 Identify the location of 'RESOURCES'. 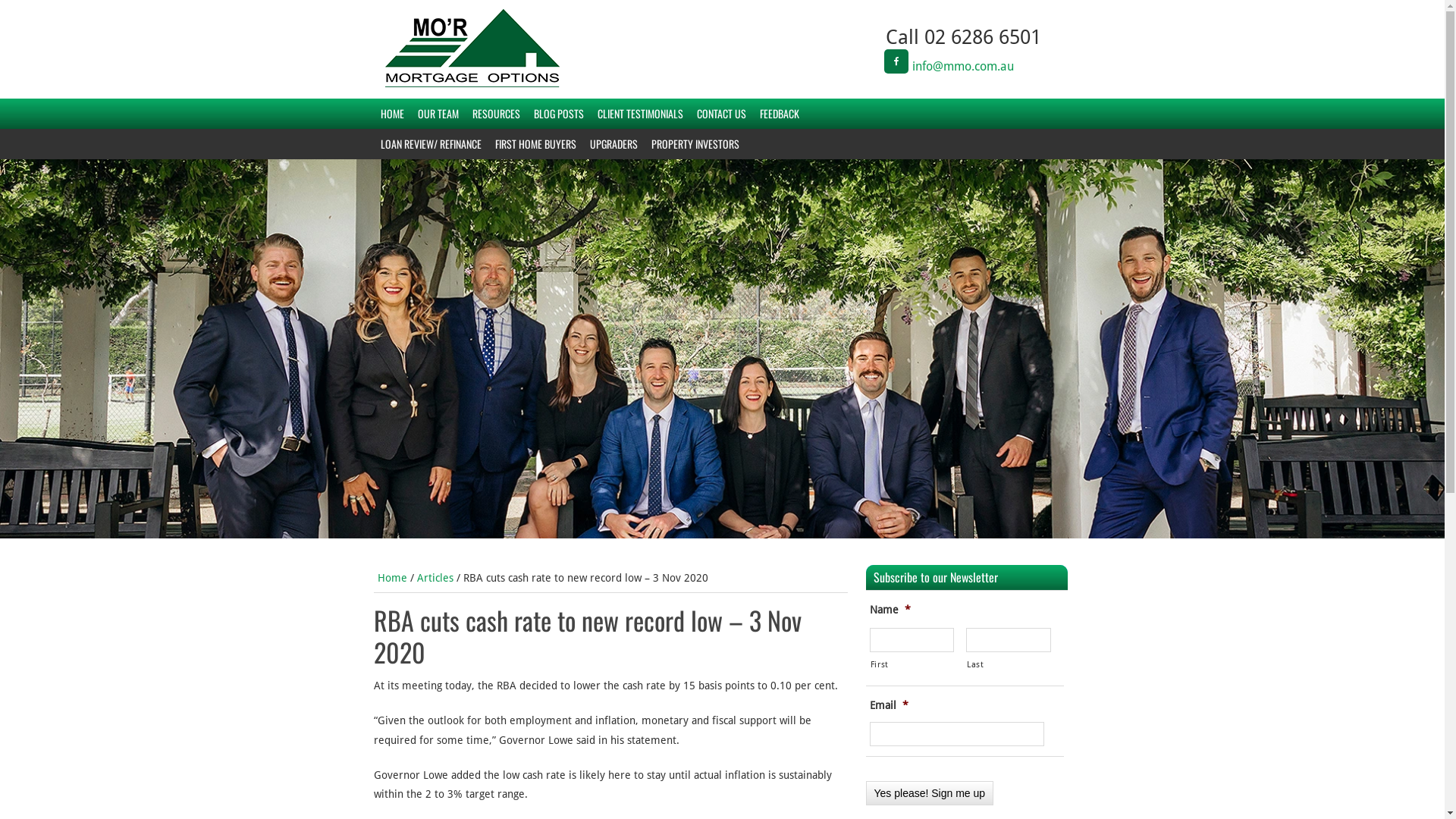
(496, 113).